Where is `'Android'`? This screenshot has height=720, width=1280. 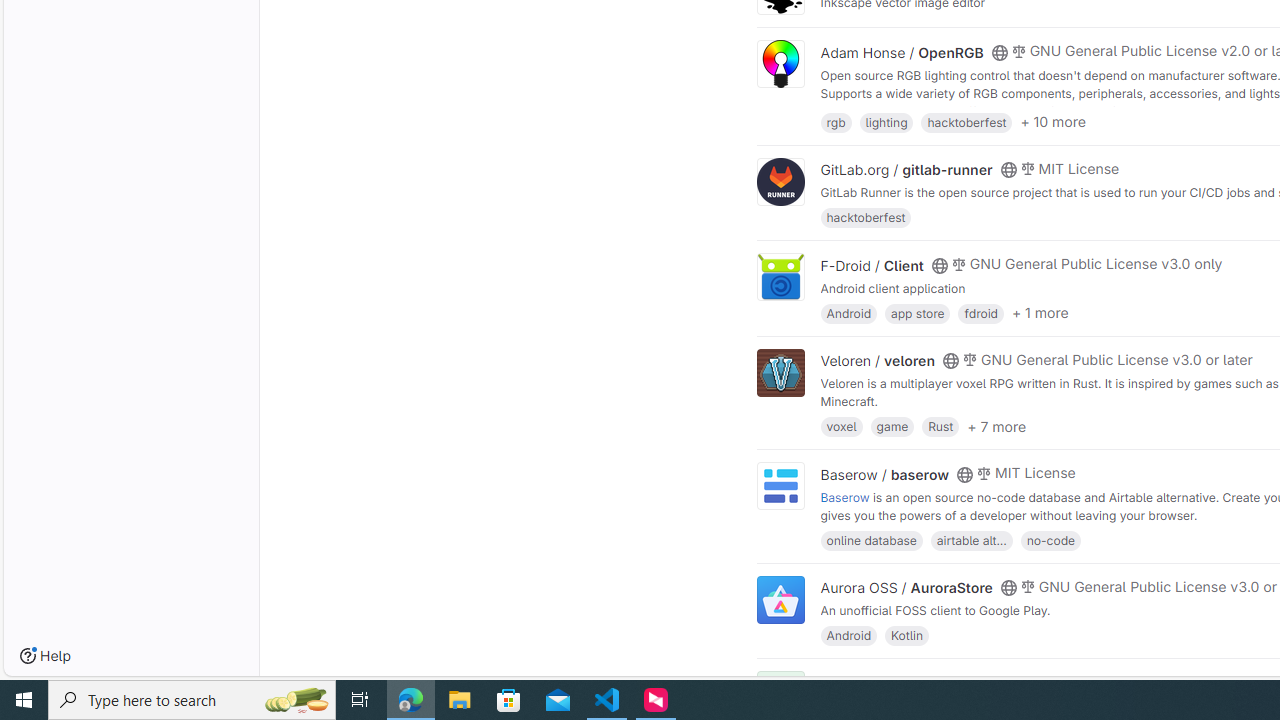 'Android' is located at coordinates (848, 635).